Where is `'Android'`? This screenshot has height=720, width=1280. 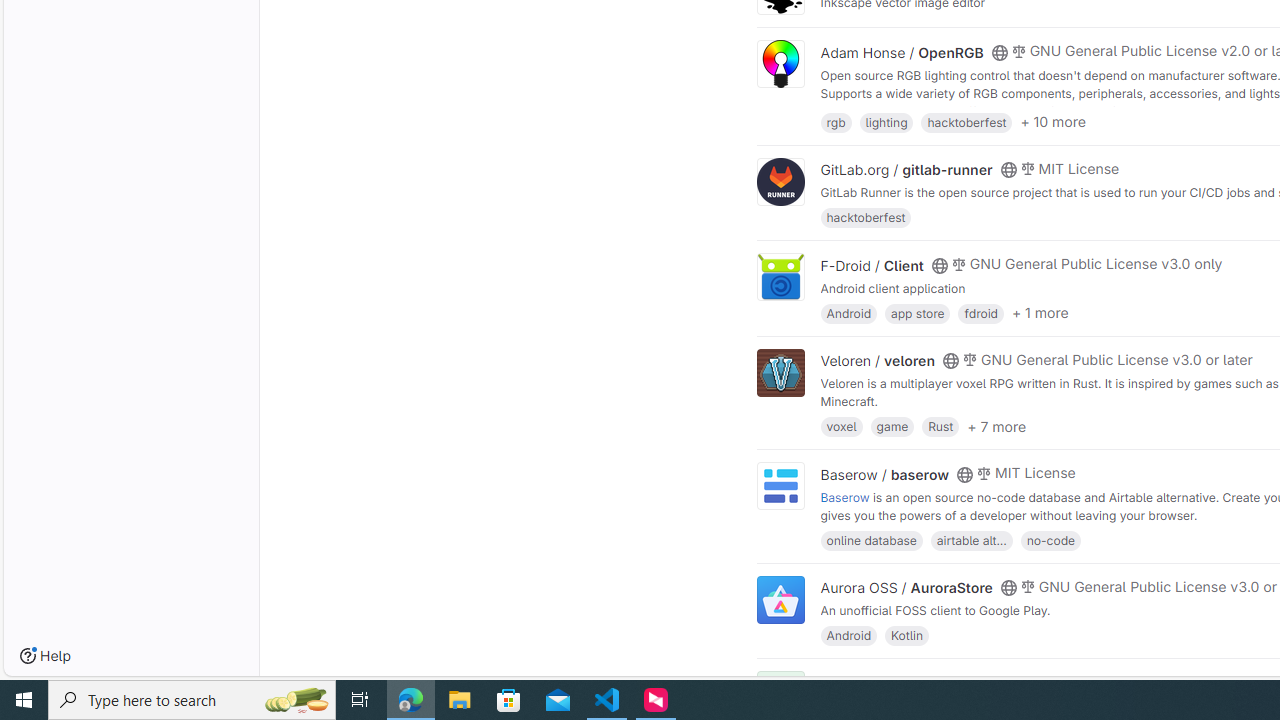 'Android' is located at coordinates (848, 635).